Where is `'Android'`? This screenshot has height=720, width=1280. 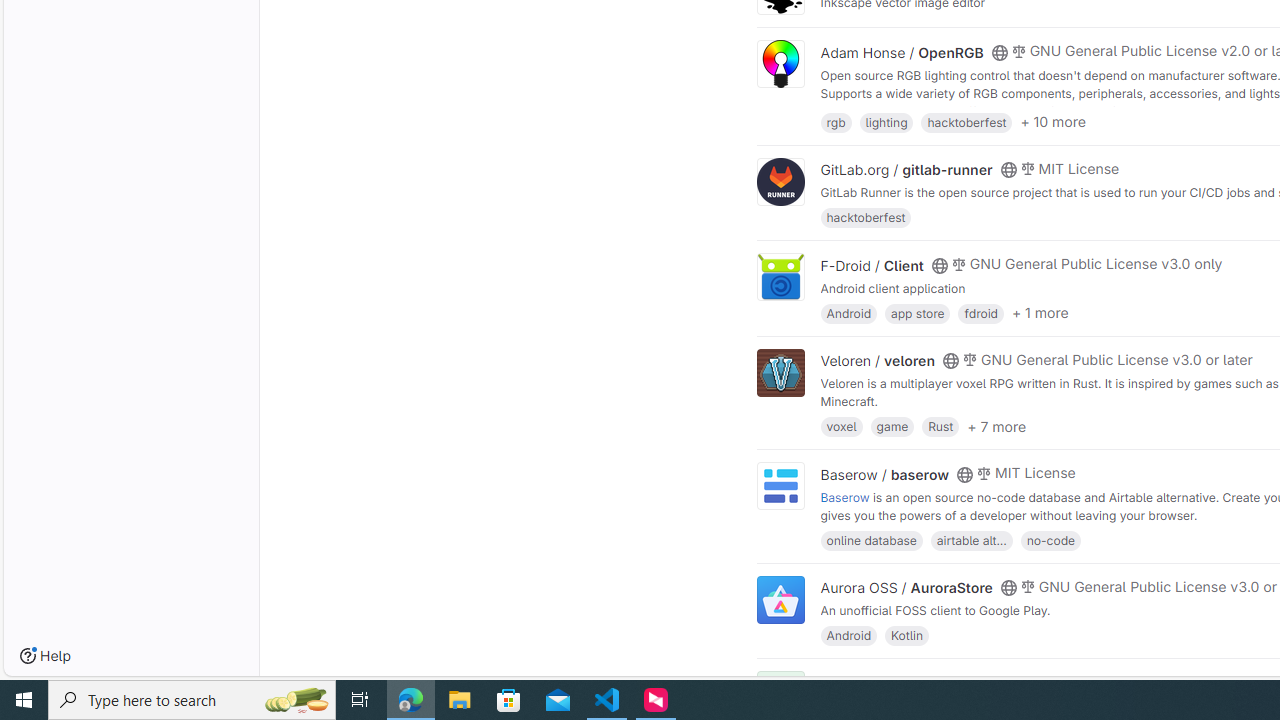 'Android' is located at coordinates (848, 635).